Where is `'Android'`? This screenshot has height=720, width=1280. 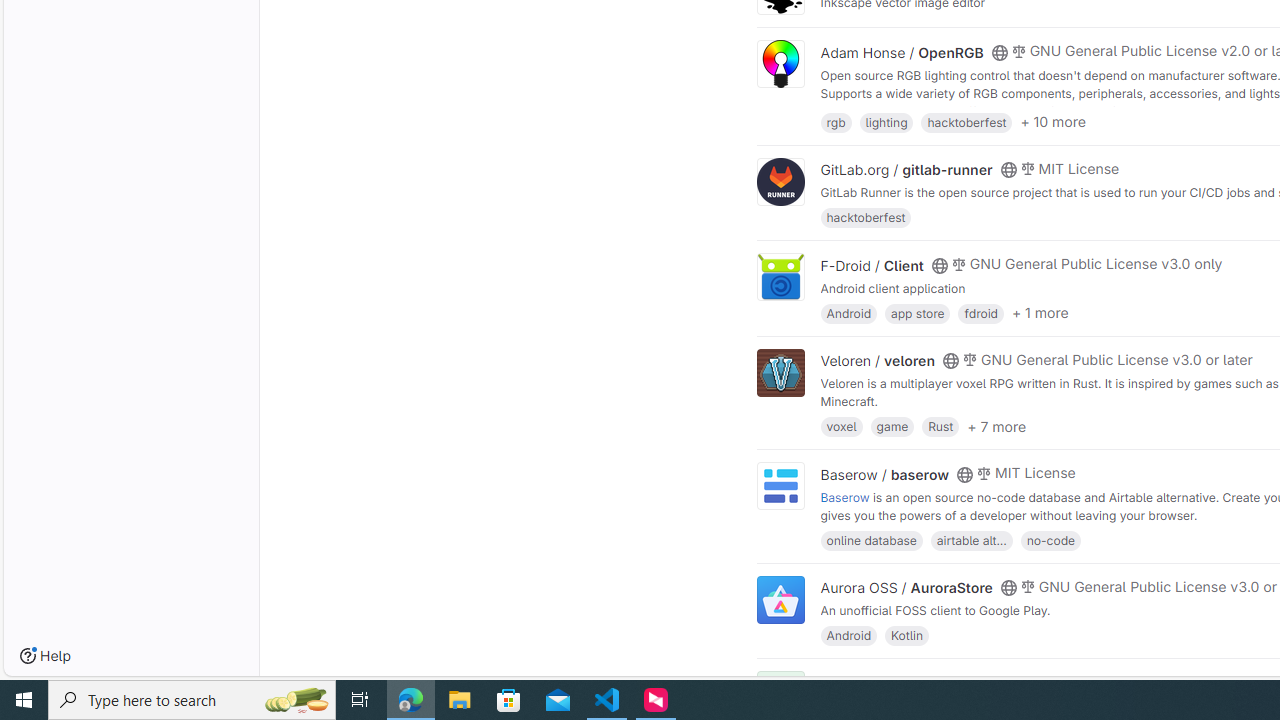 'Android' is located at coordinates (848, 635).